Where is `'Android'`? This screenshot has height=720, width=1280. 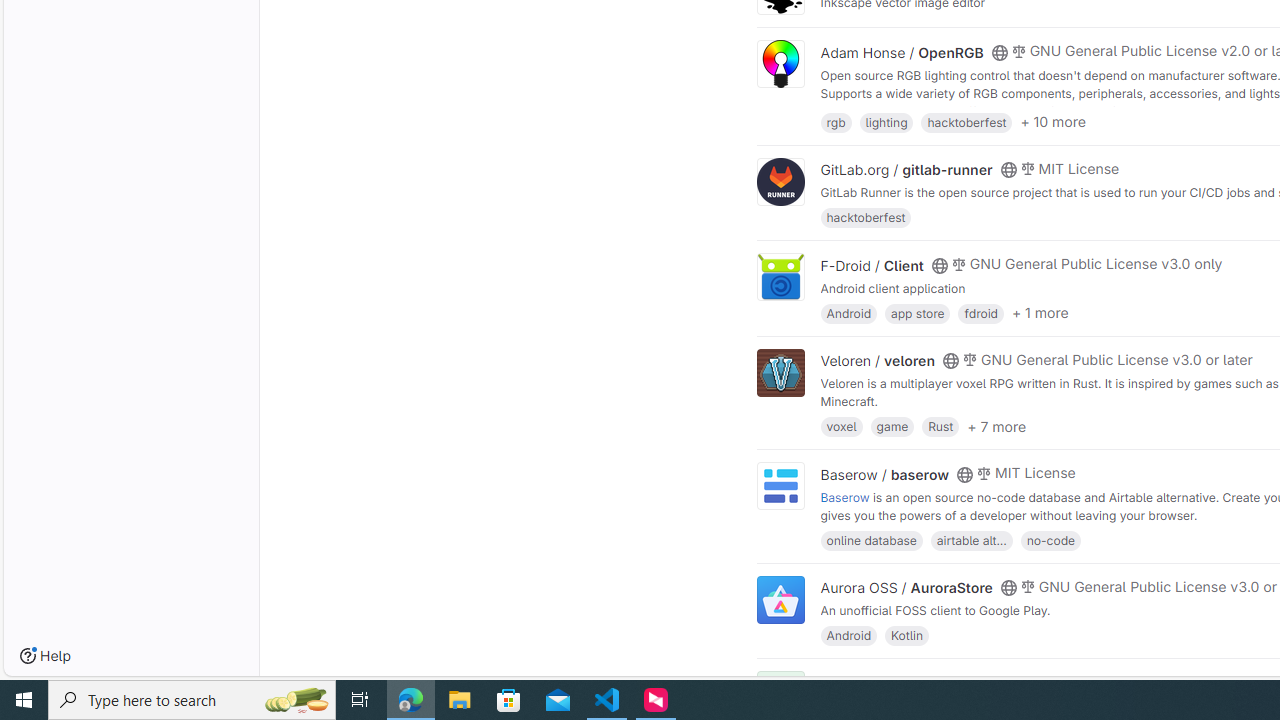 'Android' is located at coordinates (848, 635).